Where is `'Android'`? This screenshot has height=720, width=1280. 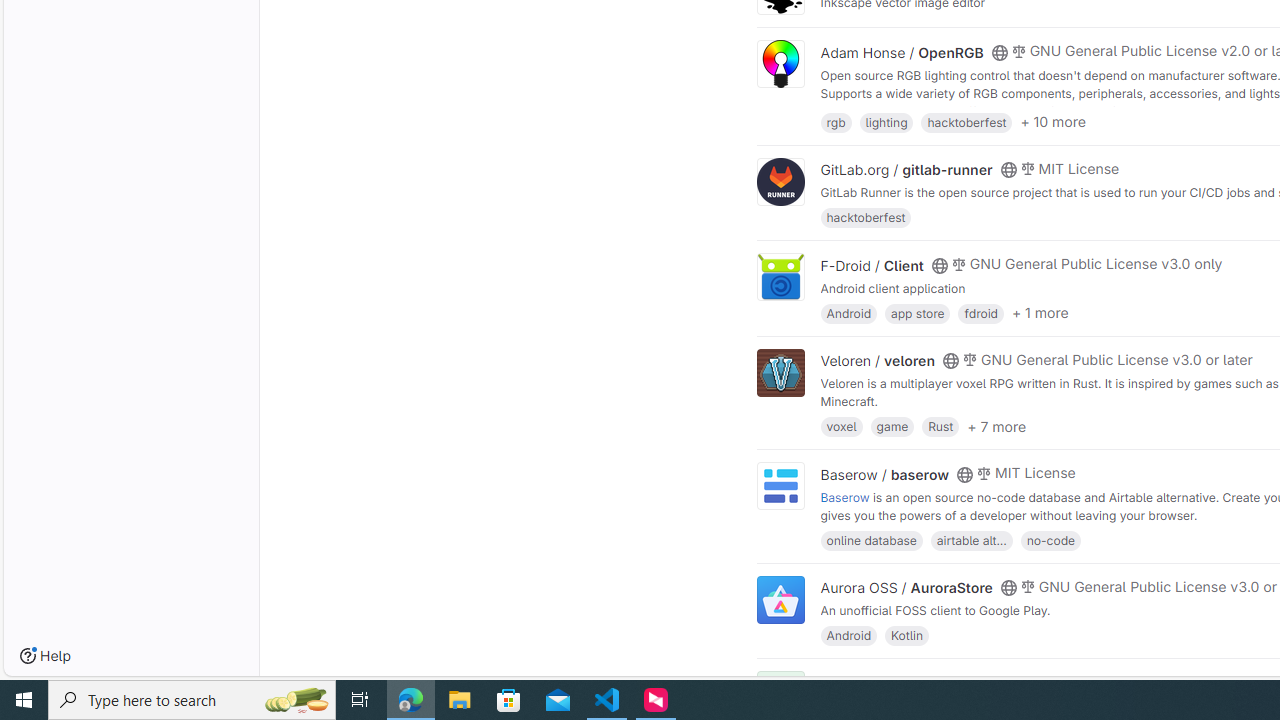 'Android' is located at coordinates (848, 635).